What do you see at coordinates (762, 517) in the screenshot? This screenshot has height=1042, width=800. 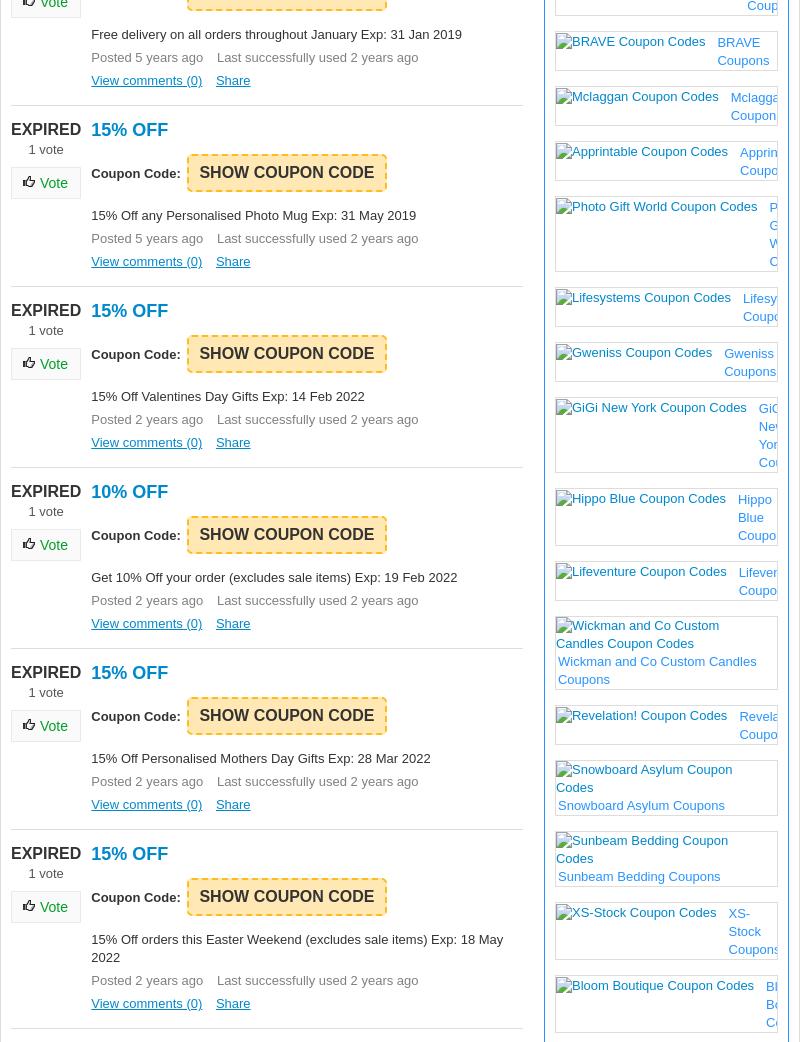 I see `'Hippo Blue Coupons'` at bounding box center [762, 517].